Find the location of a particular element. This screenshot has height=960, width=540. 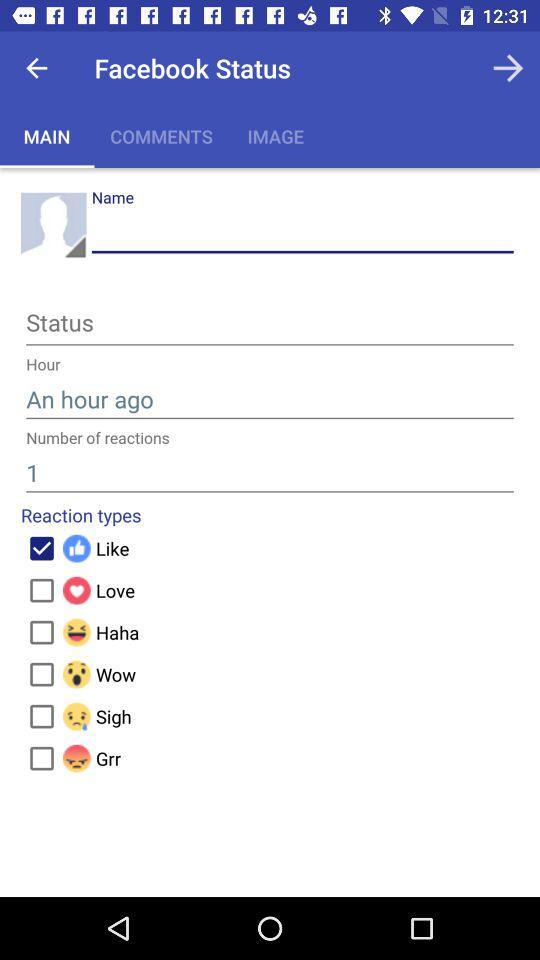

status page is located at coordinates (270, 326).